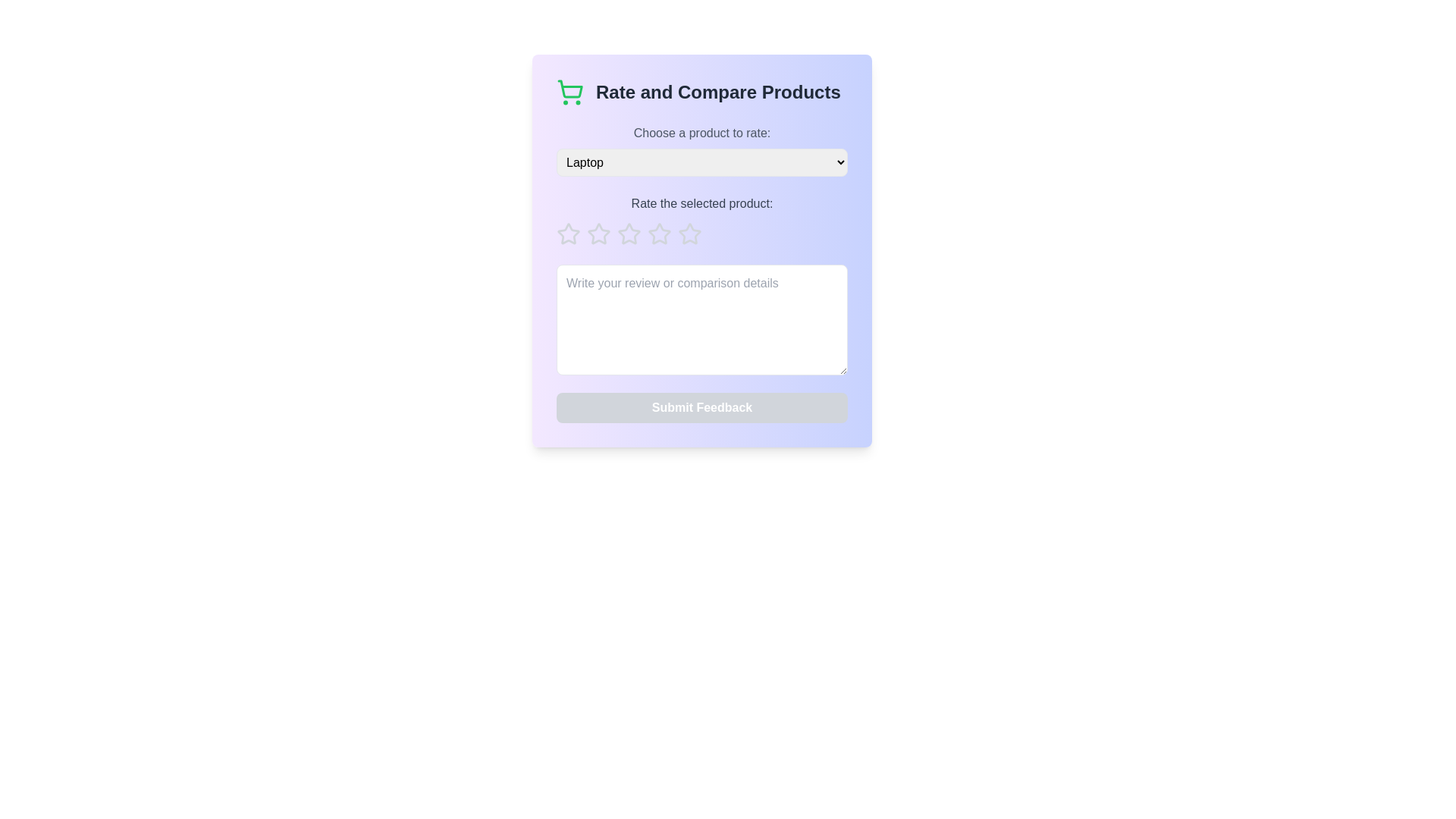 The width and height of the screenshot is (1456, 819). I want to click on the shopping cart icon located in the 'Rate and Compare Products' section, which indicates functionality related to shopping and product comparison, so click(570, 89).